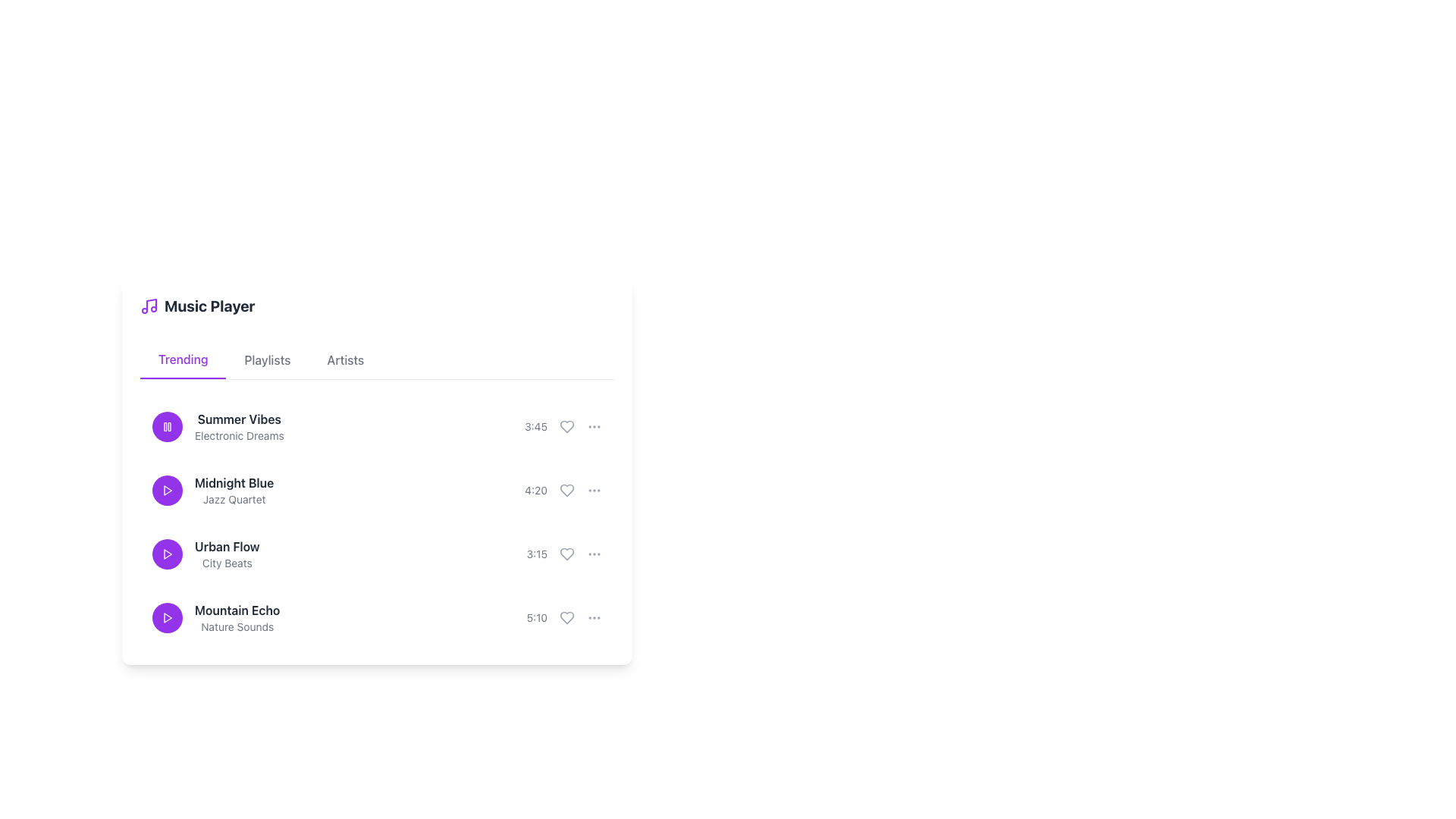  I want to click on the heart icon located to the right of the text '4:20', so click(566, 491).